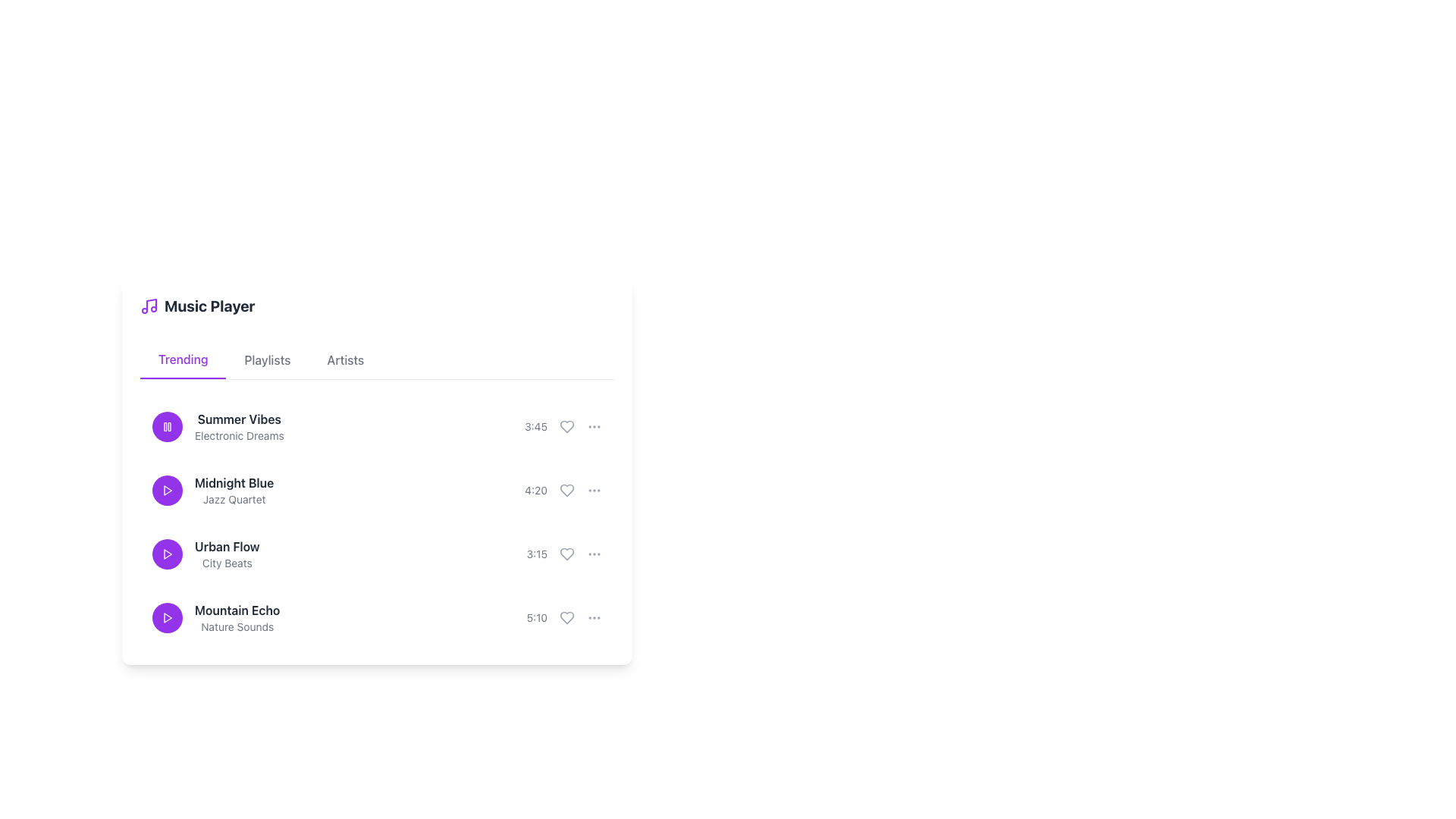  I want to click on the heart icon located to the right of the text '4:20', so click(566, 491).